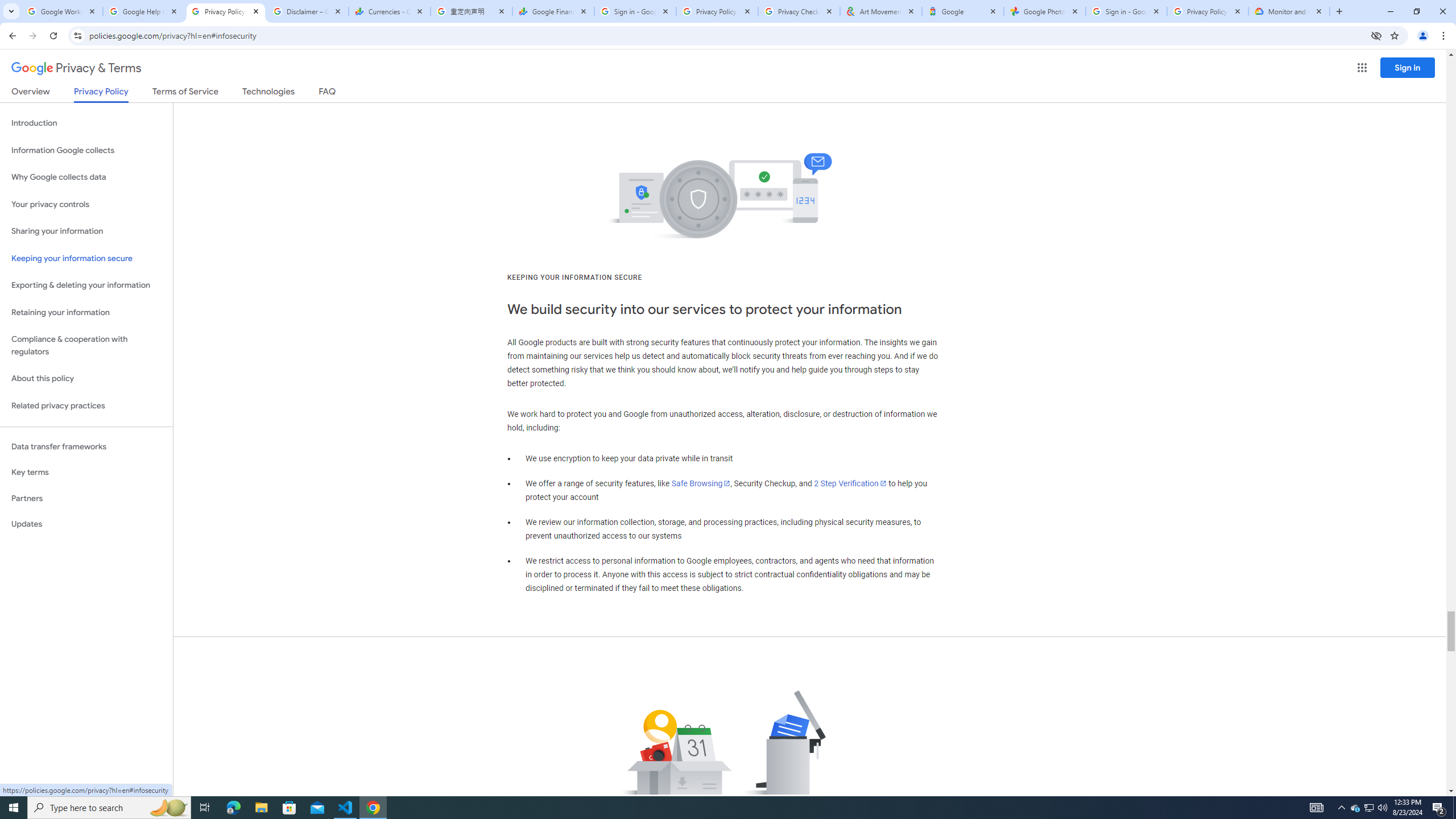  What do you see at coordinates (86, 230) in the screenshot?
I see `'Sharing your information'` at bounding box center [86, 230].